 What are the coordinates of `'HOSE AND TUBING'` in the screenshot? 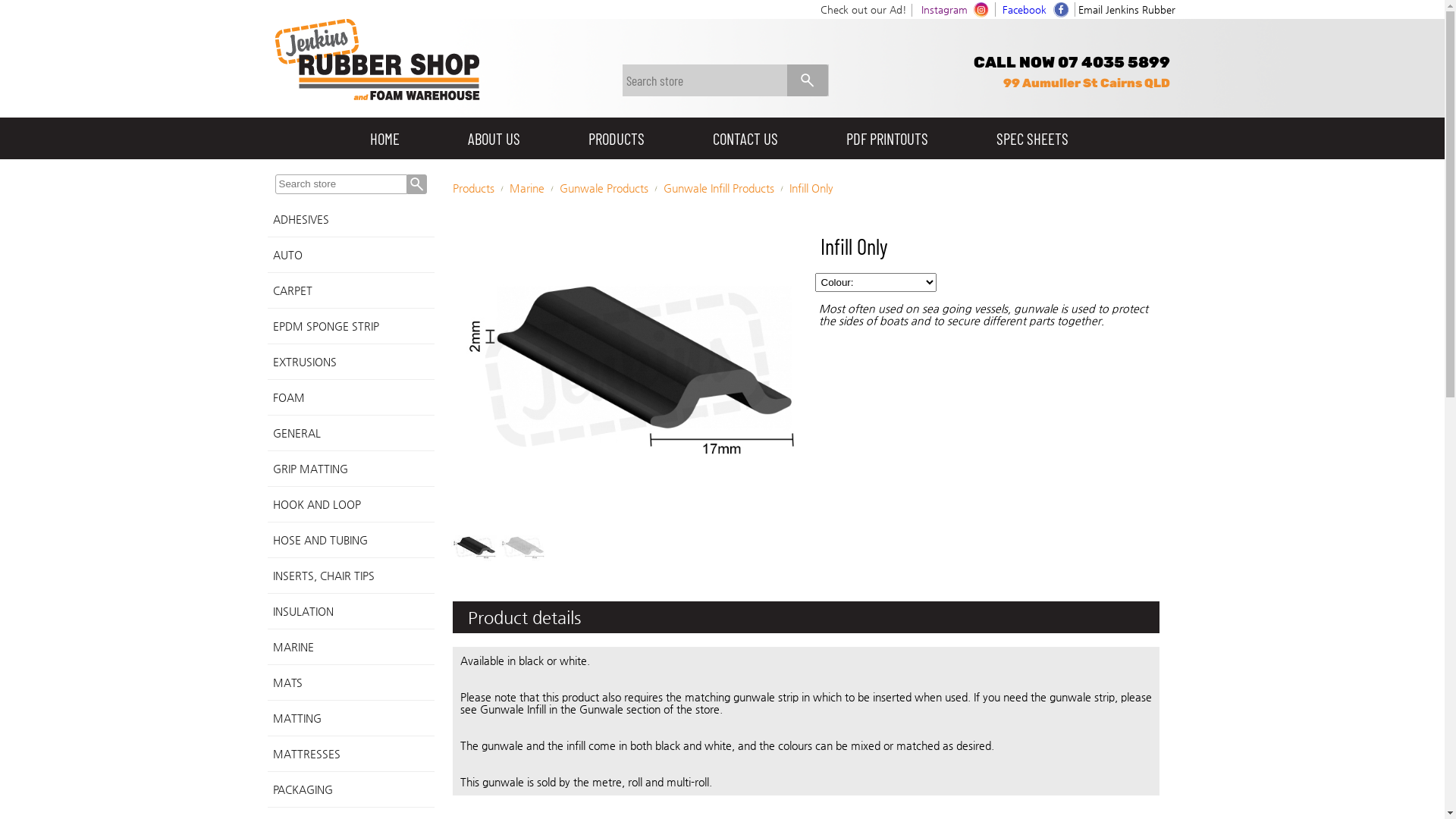 It's located at (349, 539).